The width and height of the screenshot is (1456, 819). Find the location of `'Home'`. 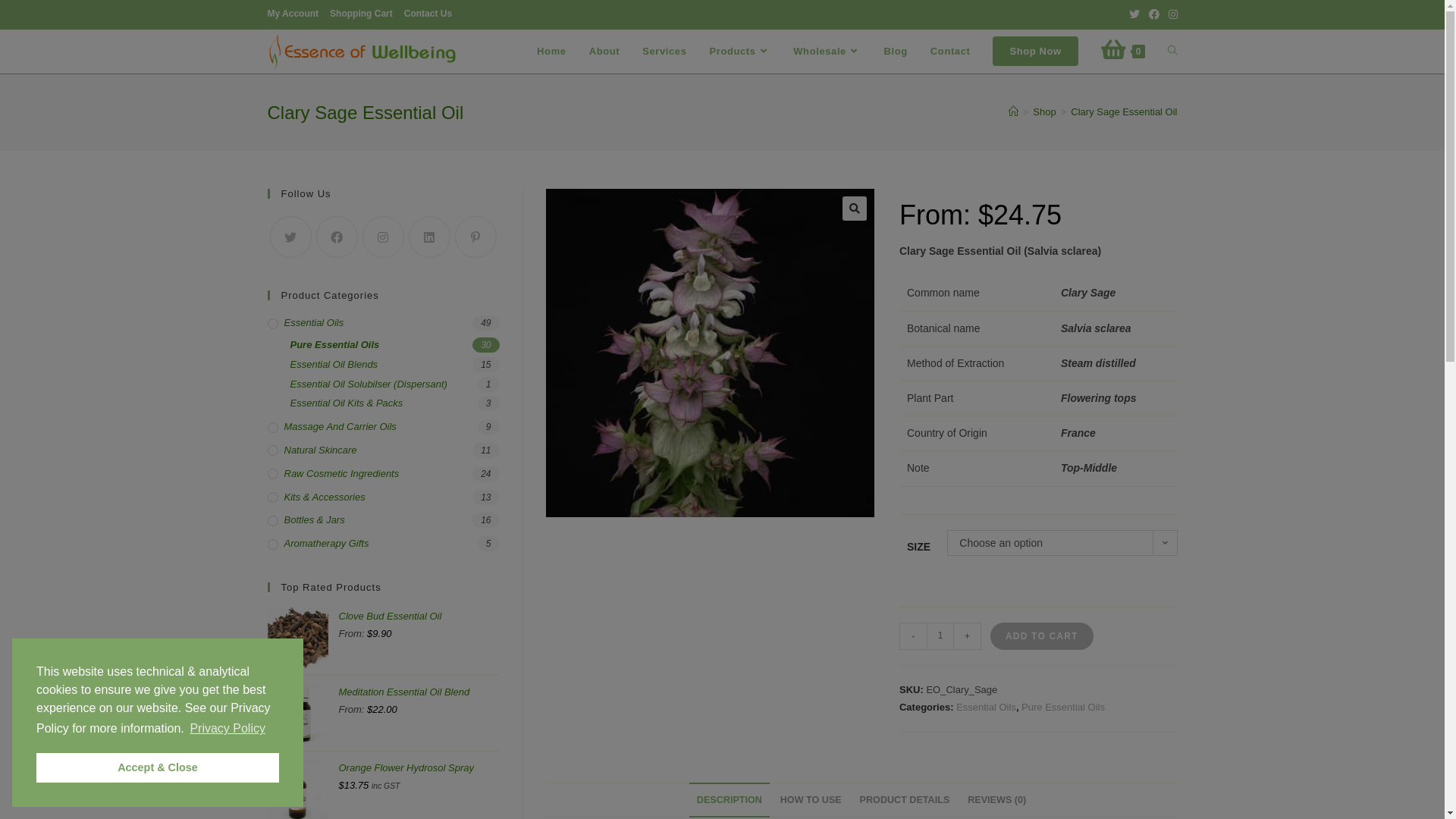

'Home' is located at coordinates (551, 51).